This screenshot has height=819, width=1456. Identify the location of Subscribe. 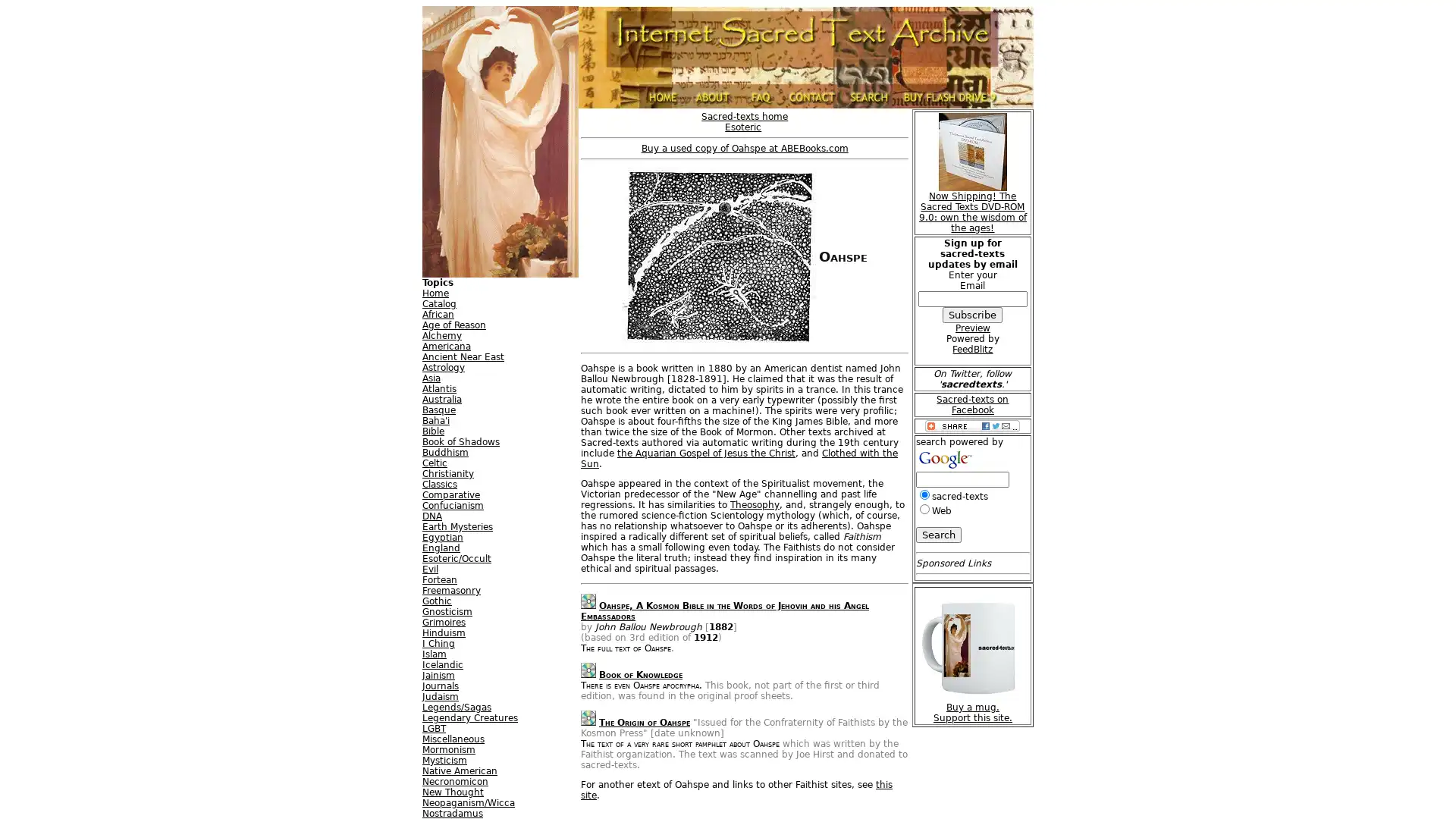
(972, 314).